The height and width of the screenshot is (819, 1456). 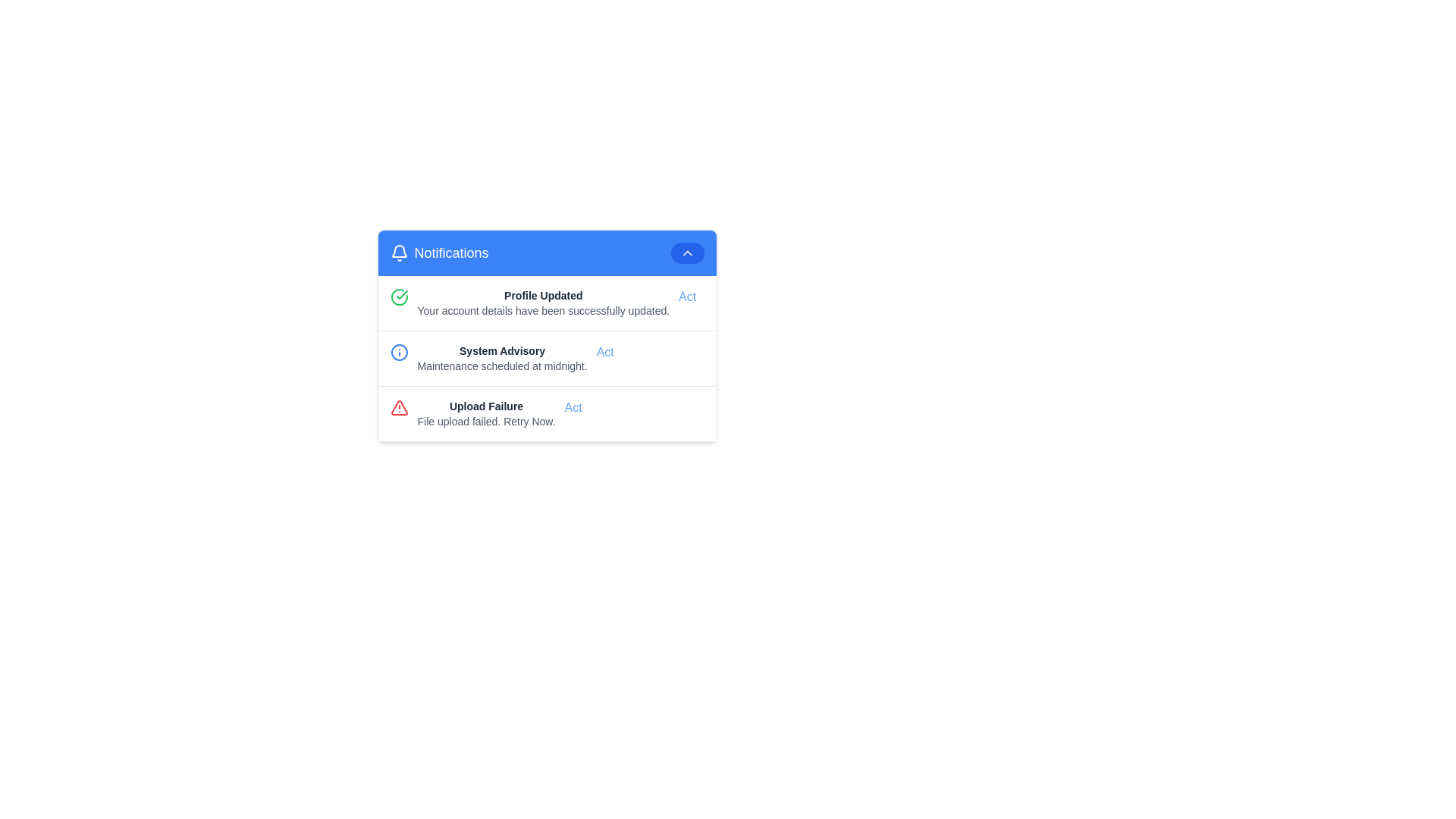 What do you see at coordinates (546, 359) in the screenshot?
I see `notification titled 'System Advisory' which contains a blue information icon and the subtitle 'Maintenance scheduled at midnight.'` at bounding box center [546, 359].